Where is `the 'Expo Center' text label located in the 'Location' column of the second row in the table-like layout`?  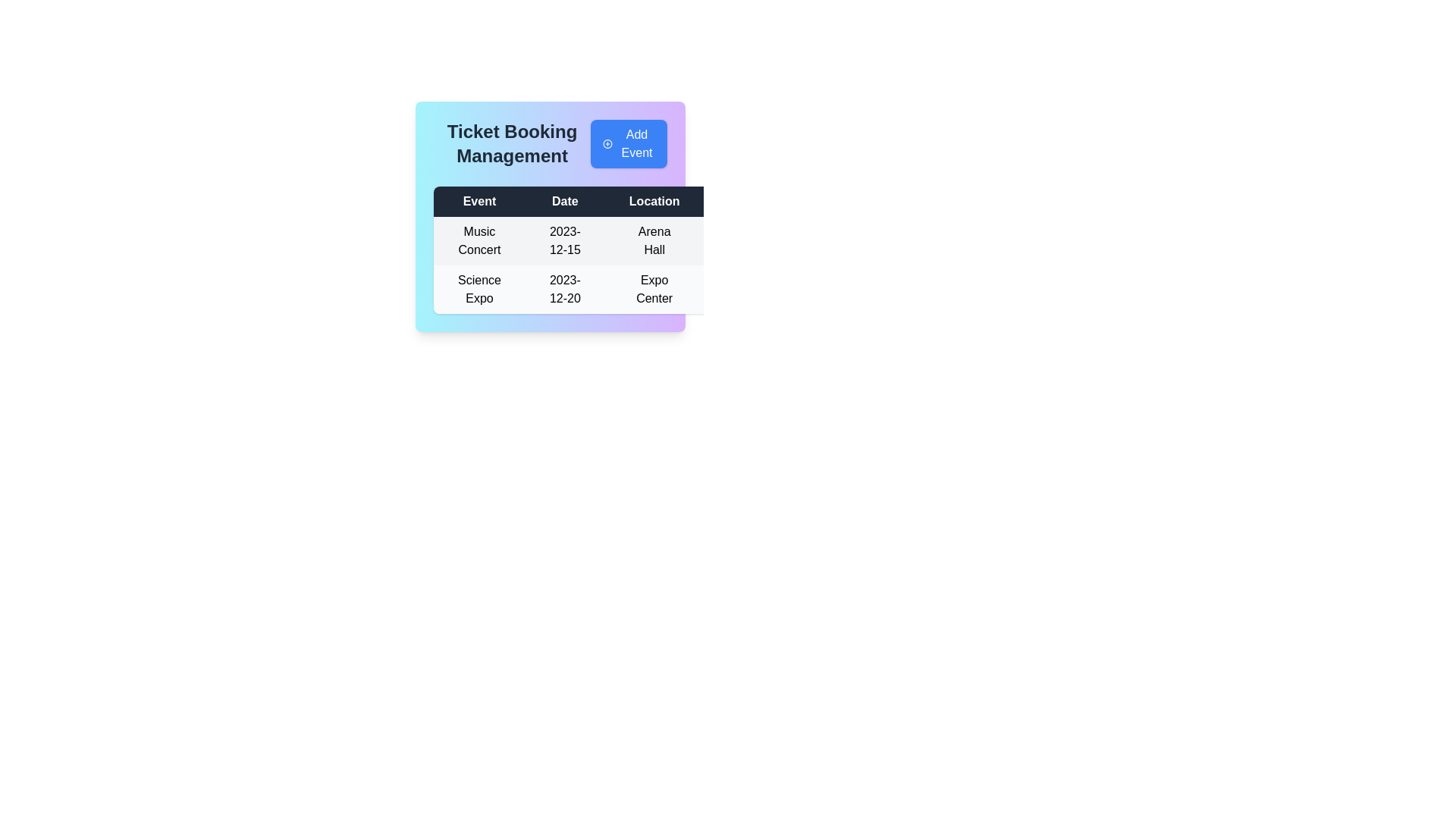 the 'Expo Center' text label located in the 'Location' column of the second row in the table-like layout is located at coordinates (654, 289).